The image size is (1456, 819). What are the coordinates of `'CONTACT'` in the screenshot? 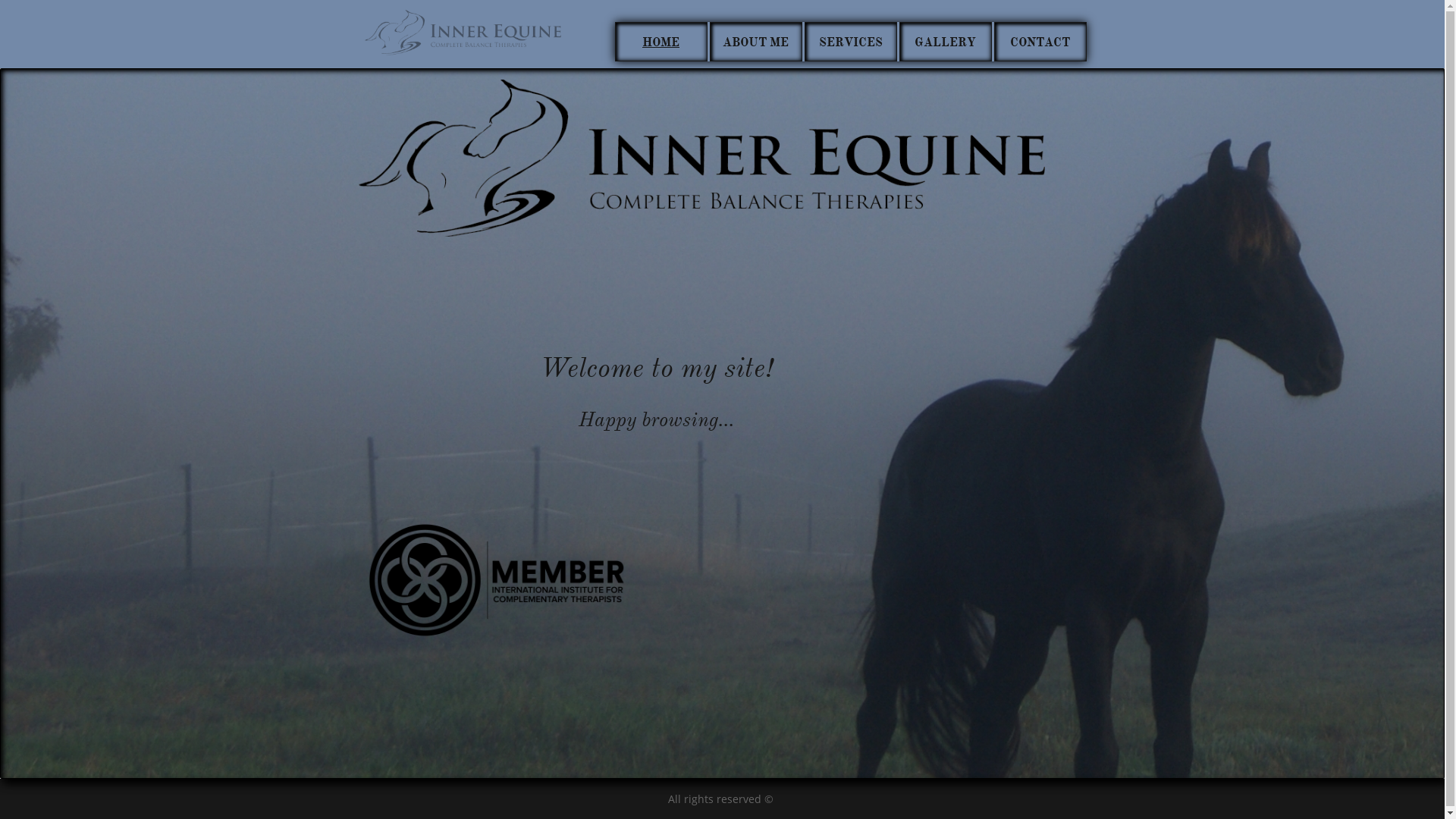 It's located at (1039, 40).